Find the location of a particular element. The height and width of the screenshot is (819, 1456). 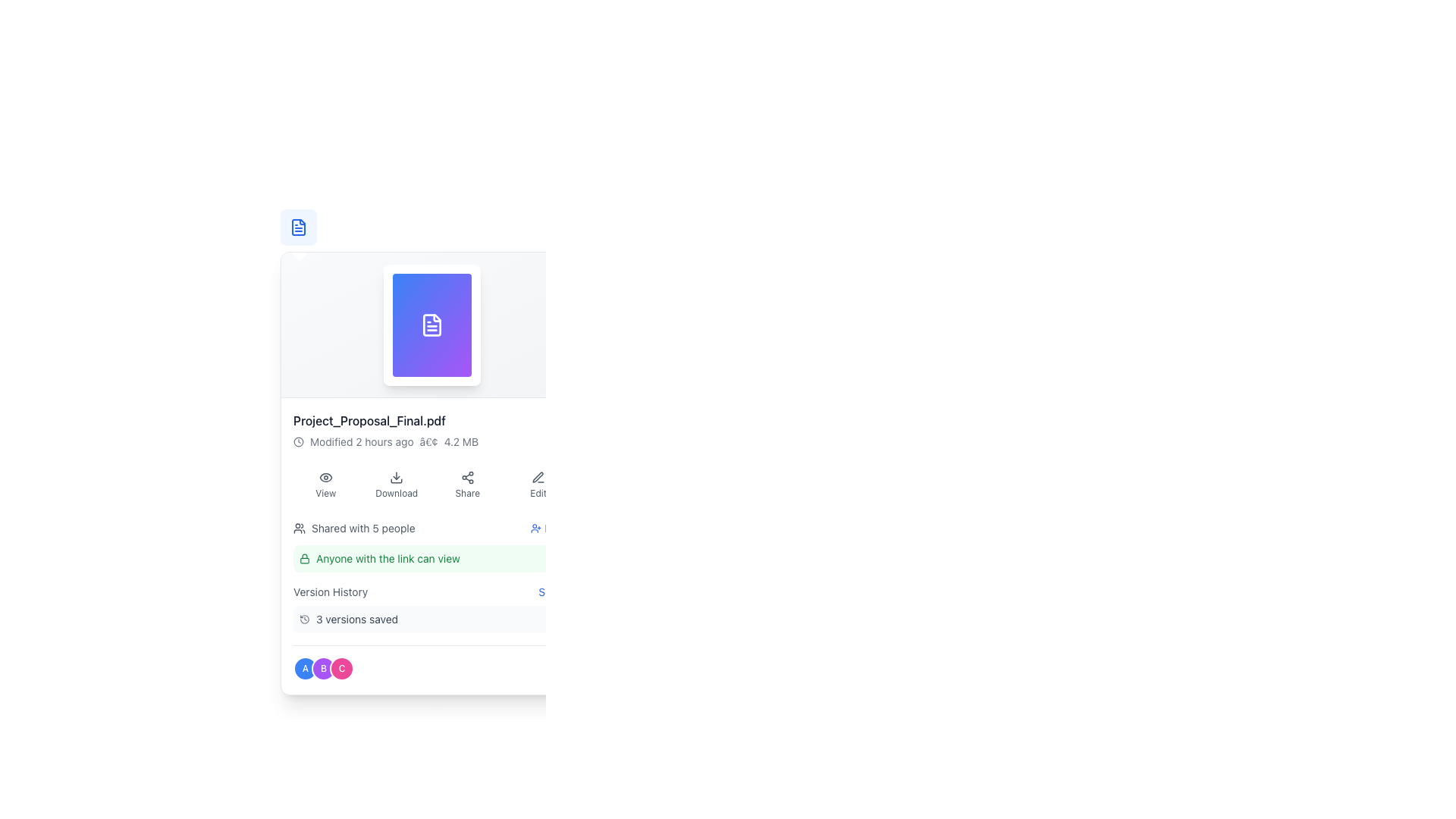

the group icon that visually represents the concept of multiple people, located to the left of the text 'Shared with 5 people' is located at coordinates (299, 528).